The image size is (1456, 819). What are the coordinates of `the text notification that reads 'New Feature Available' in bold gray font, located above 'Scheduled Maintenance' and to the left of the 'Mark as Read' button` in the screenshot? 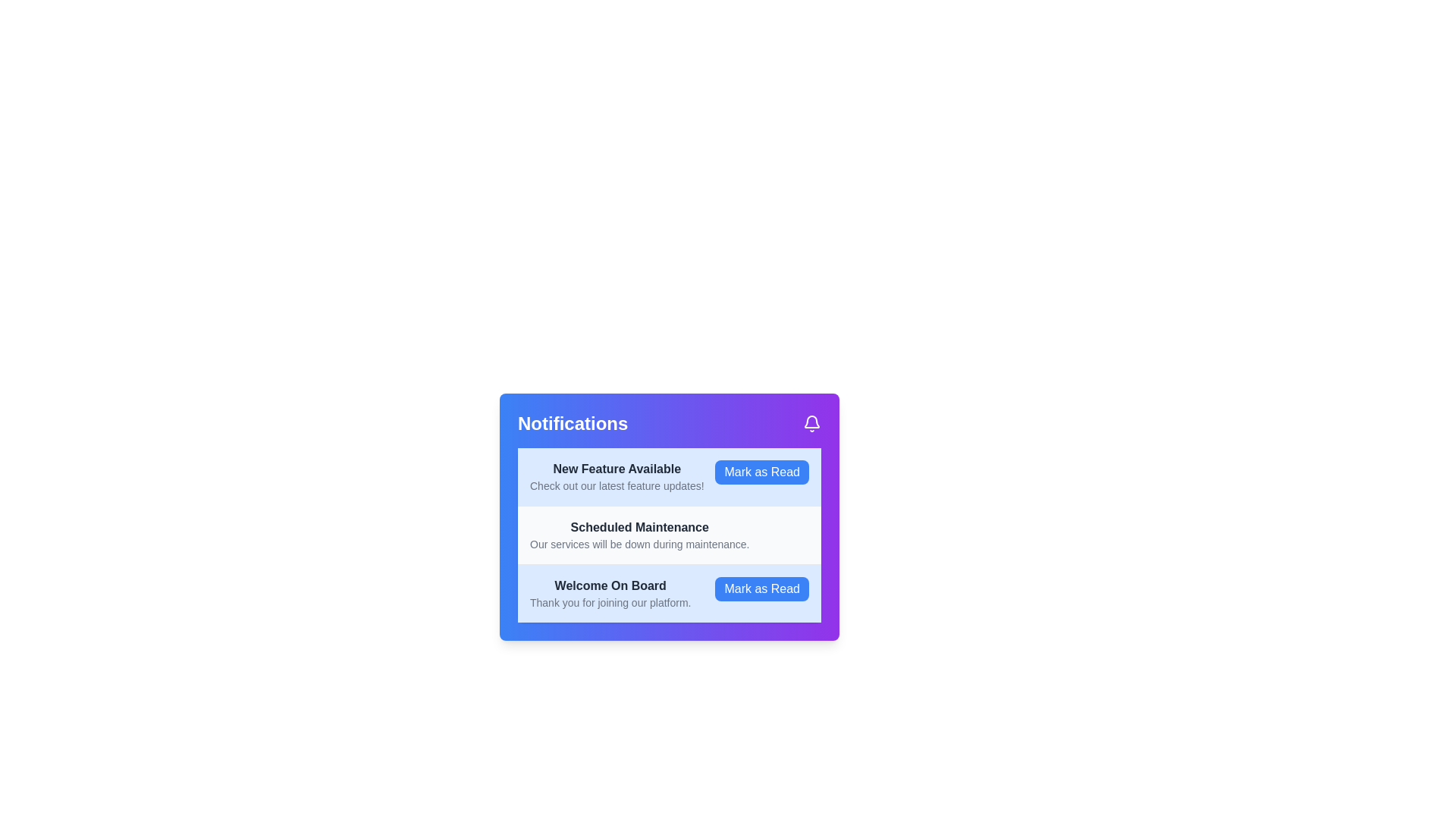 It's located at (617, 475).